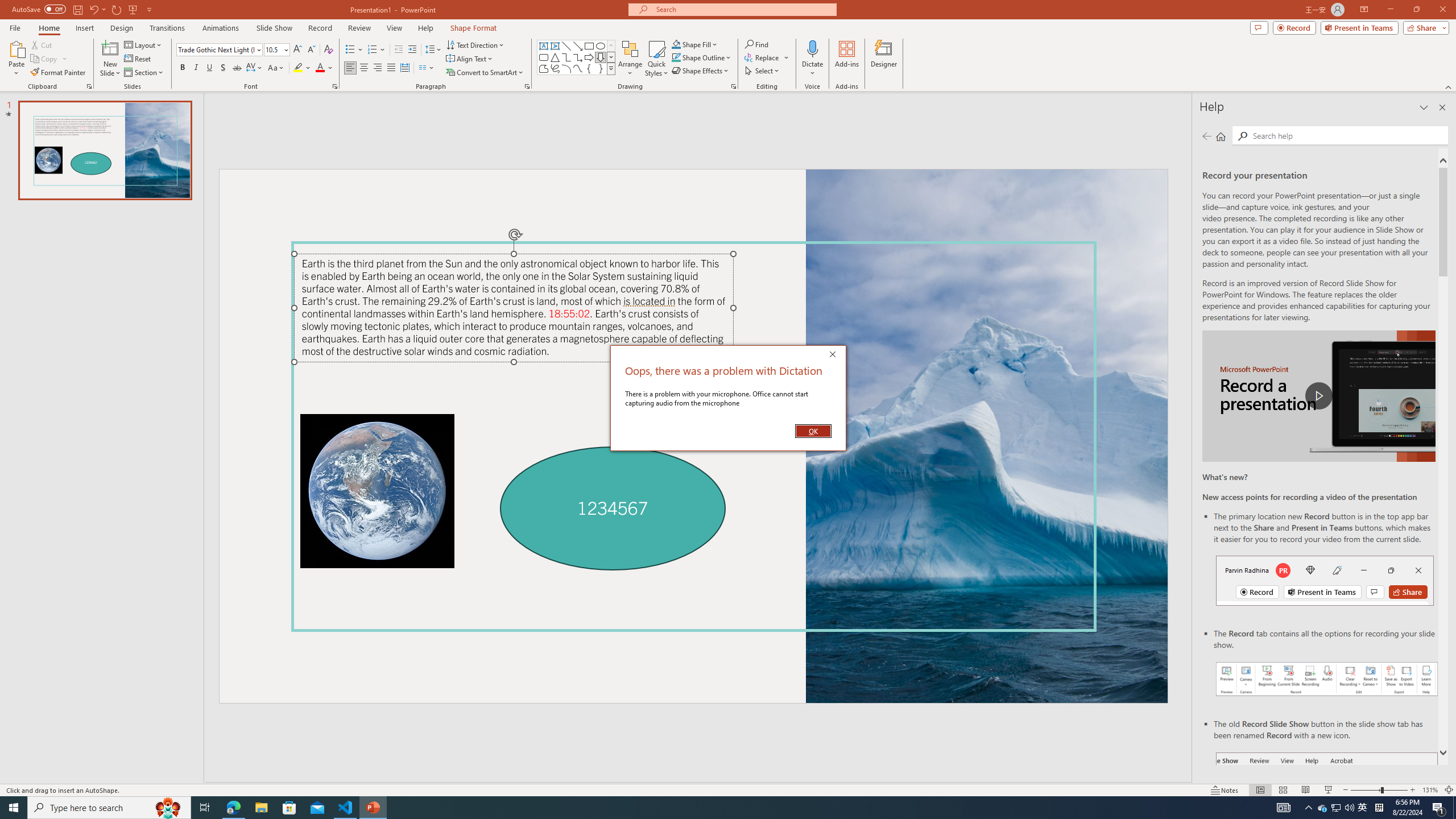  Describe the element at coordinates (144, 72) in the screenshot. I see `'Section'` at that location.